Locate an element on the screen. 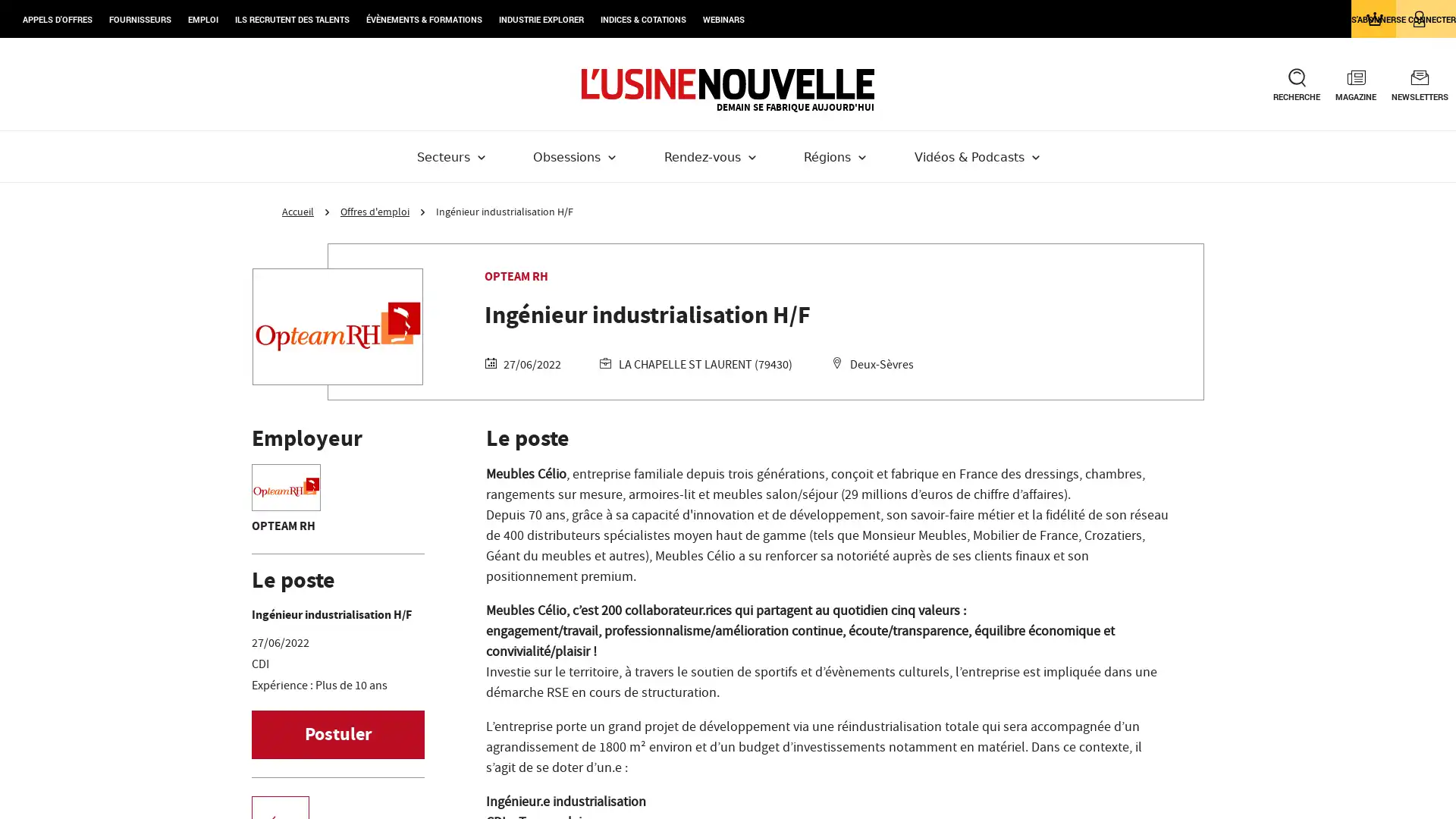 Image resolution: width=1456 pixels, height=819 pixels. Postuler is located at coordinates (337, 733).